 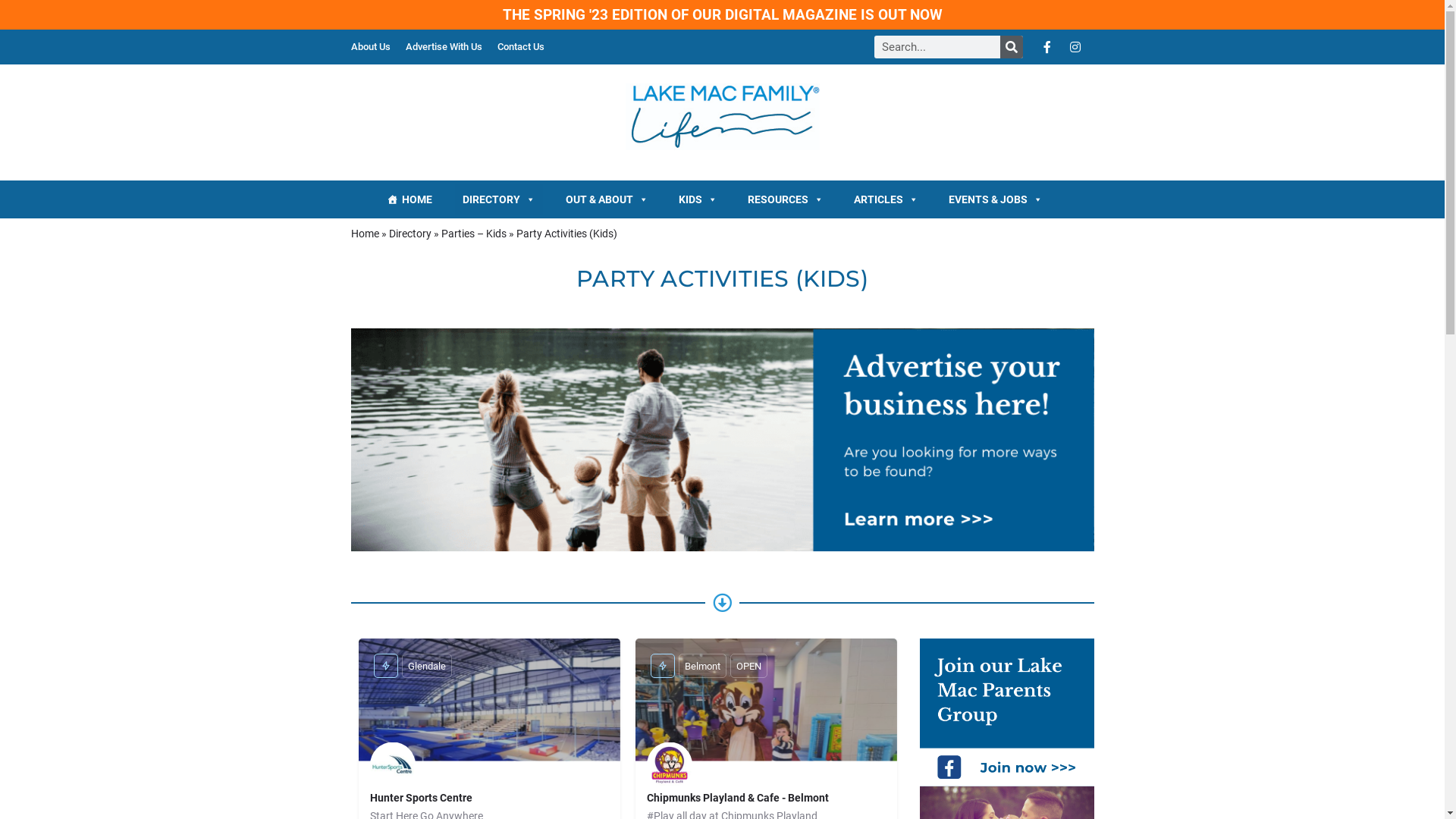 I want to click on 'KIDS', so click(x=697, y=198).